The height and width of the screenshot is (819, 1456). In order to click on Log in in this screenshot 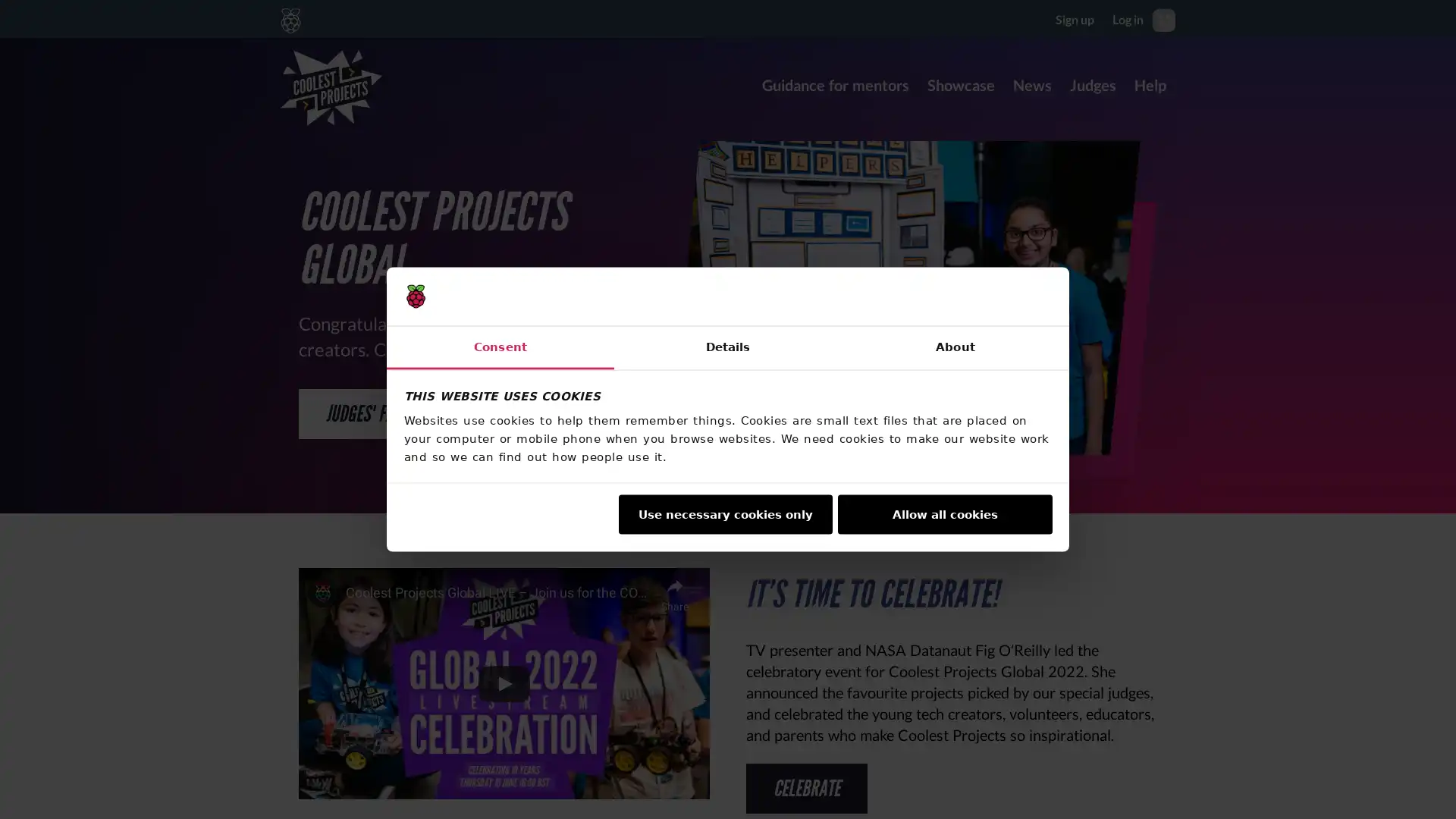, I will do `click(1128, 18)`.